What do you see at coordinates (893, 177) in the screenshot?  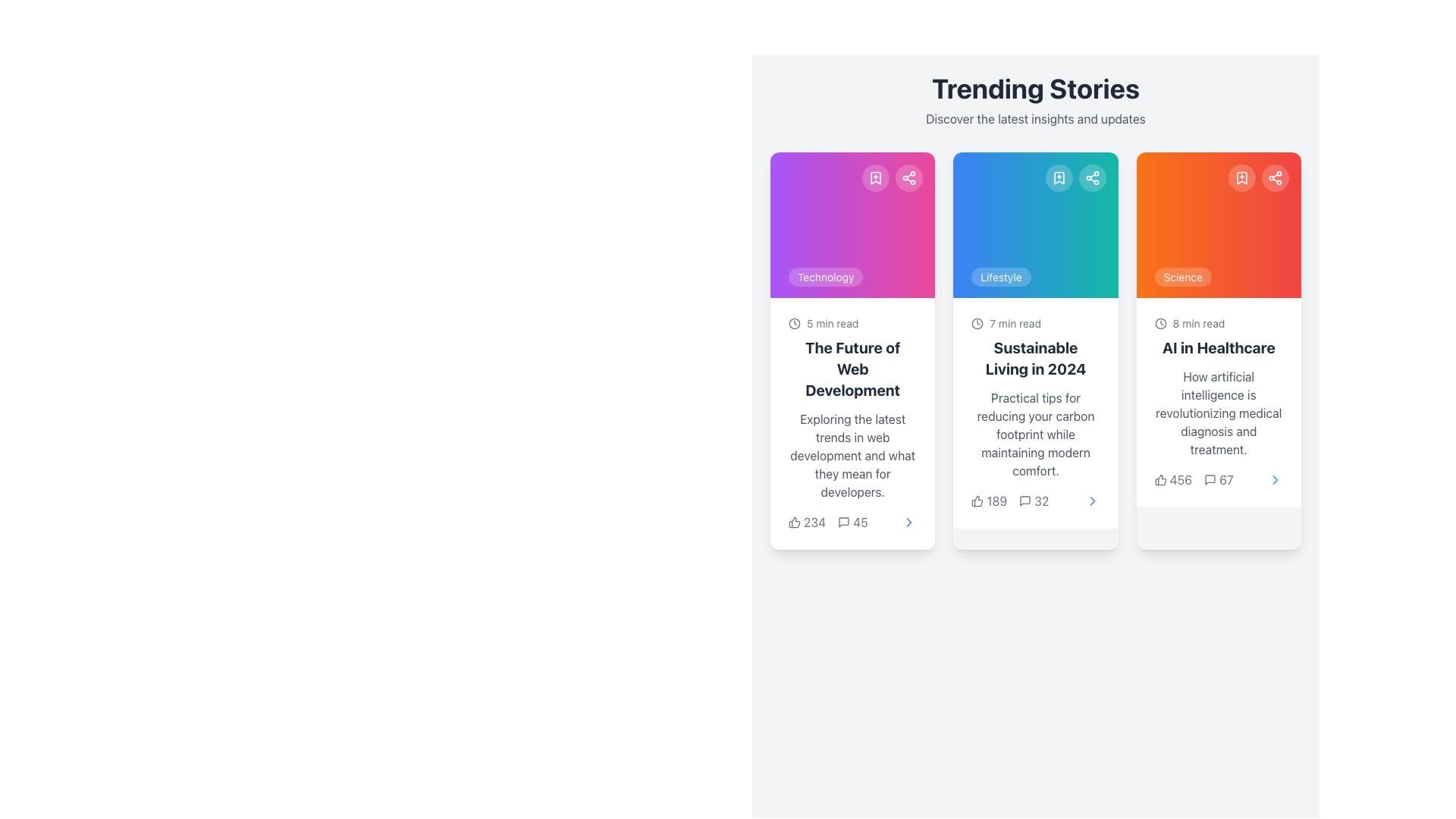 I see `the right button of the grouped interactive buttons (bookmark and share) located at the top-right corner of the card titled 'The Future of Web Development' in the 'Technology' category to share the content` at bounding box center [893, 177].